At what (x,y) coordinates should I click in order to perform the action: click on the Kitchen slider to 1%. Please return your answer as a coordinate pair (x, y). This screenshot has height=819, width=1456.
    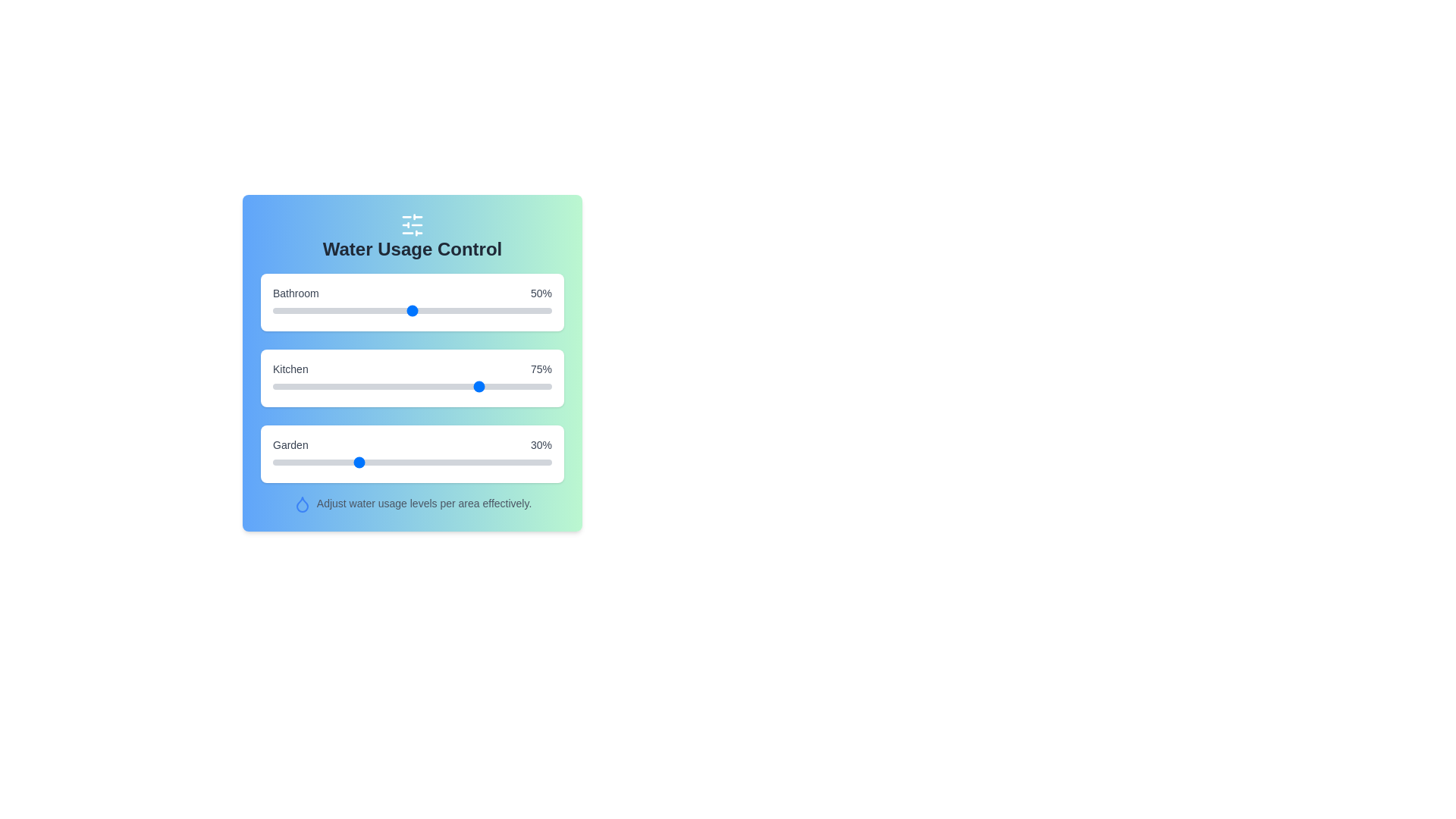
    Looking at the image, I should click on (275, 385).